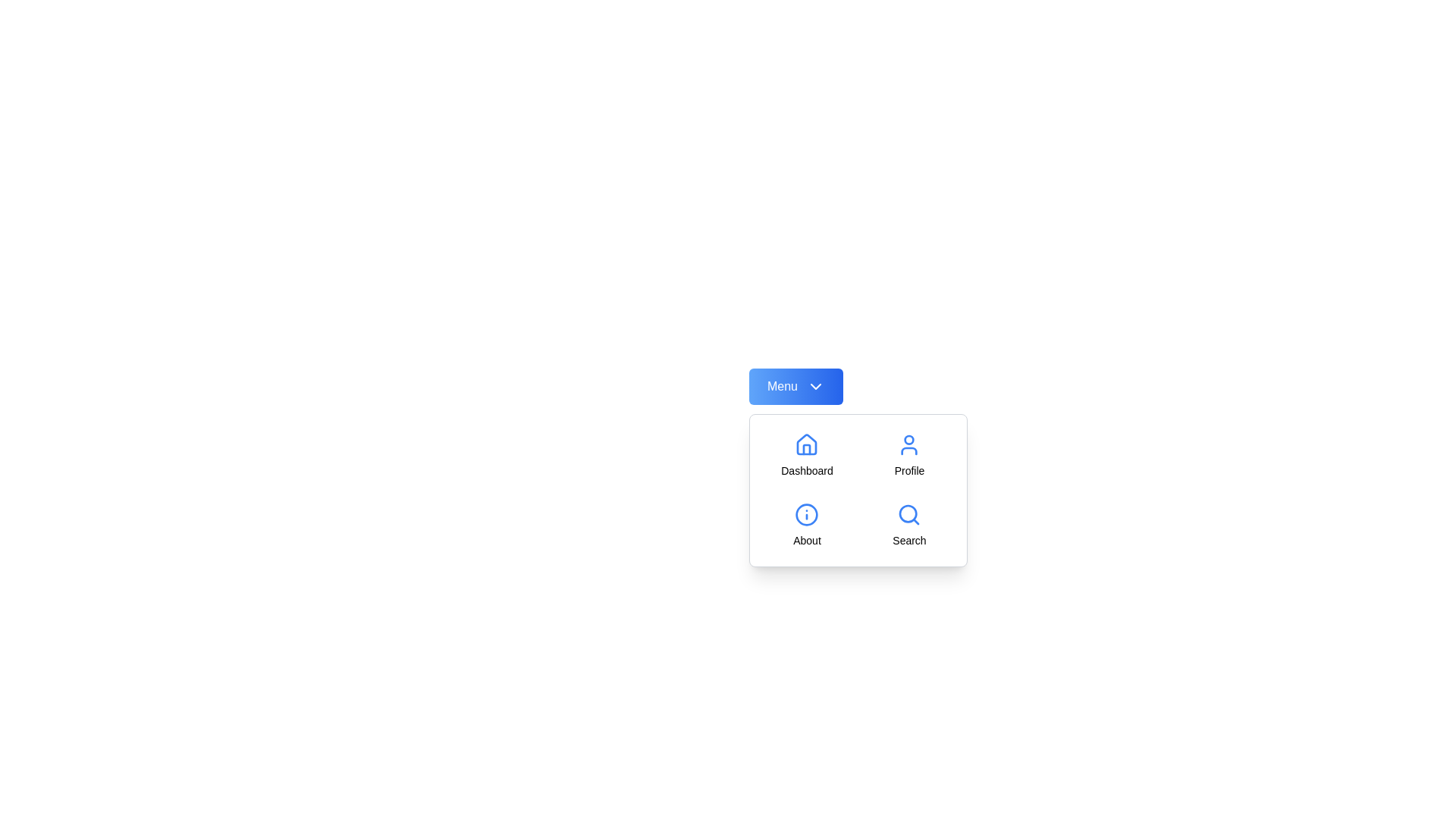  I want to click on the 'Menu' button to toggle the menu visibility, so click(795, 385).